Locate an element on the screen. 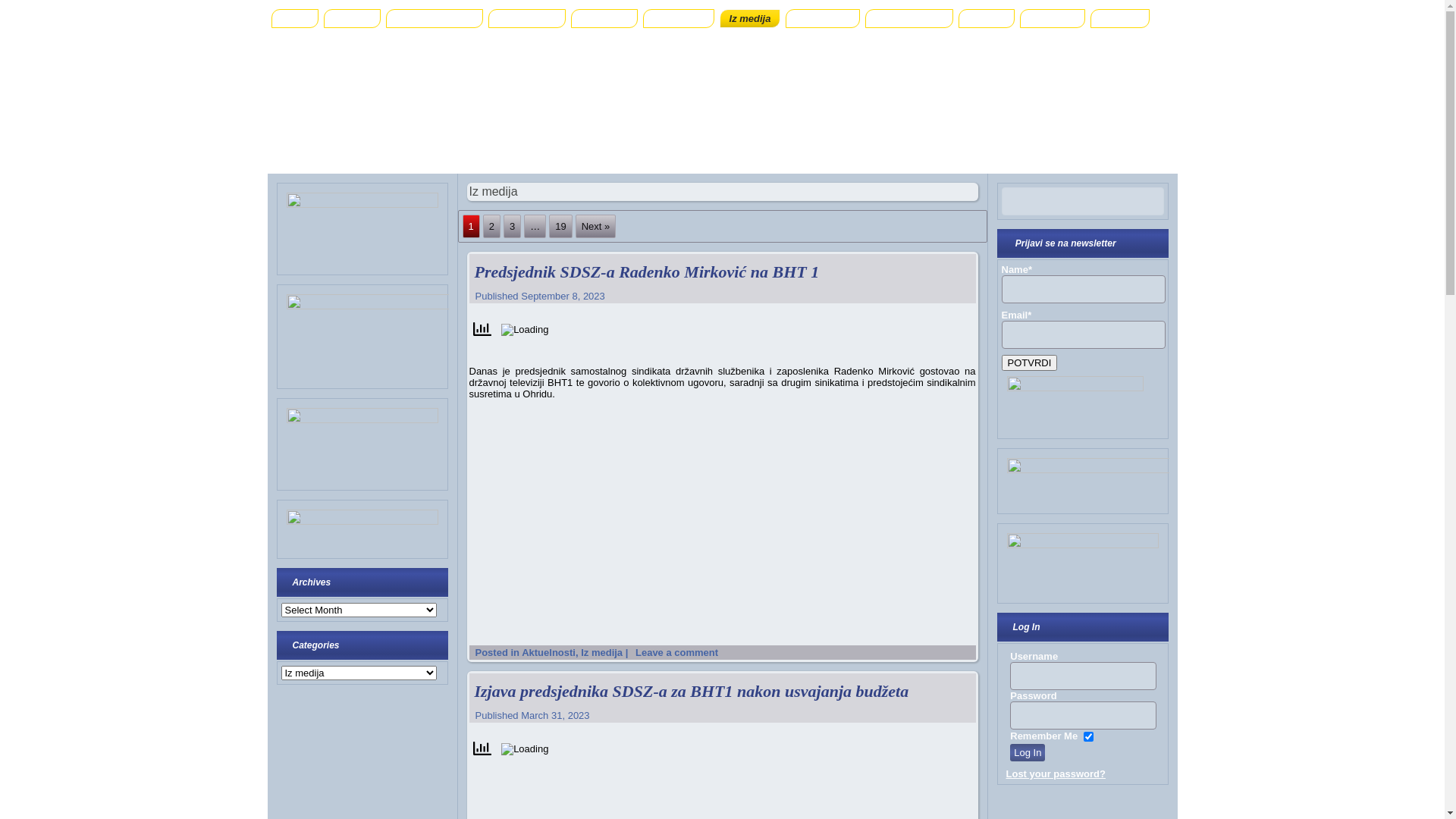 Image resolution: width=1456 pixels, height=819 pixels. 'Iz medija' is located at coordinates (750, 18).